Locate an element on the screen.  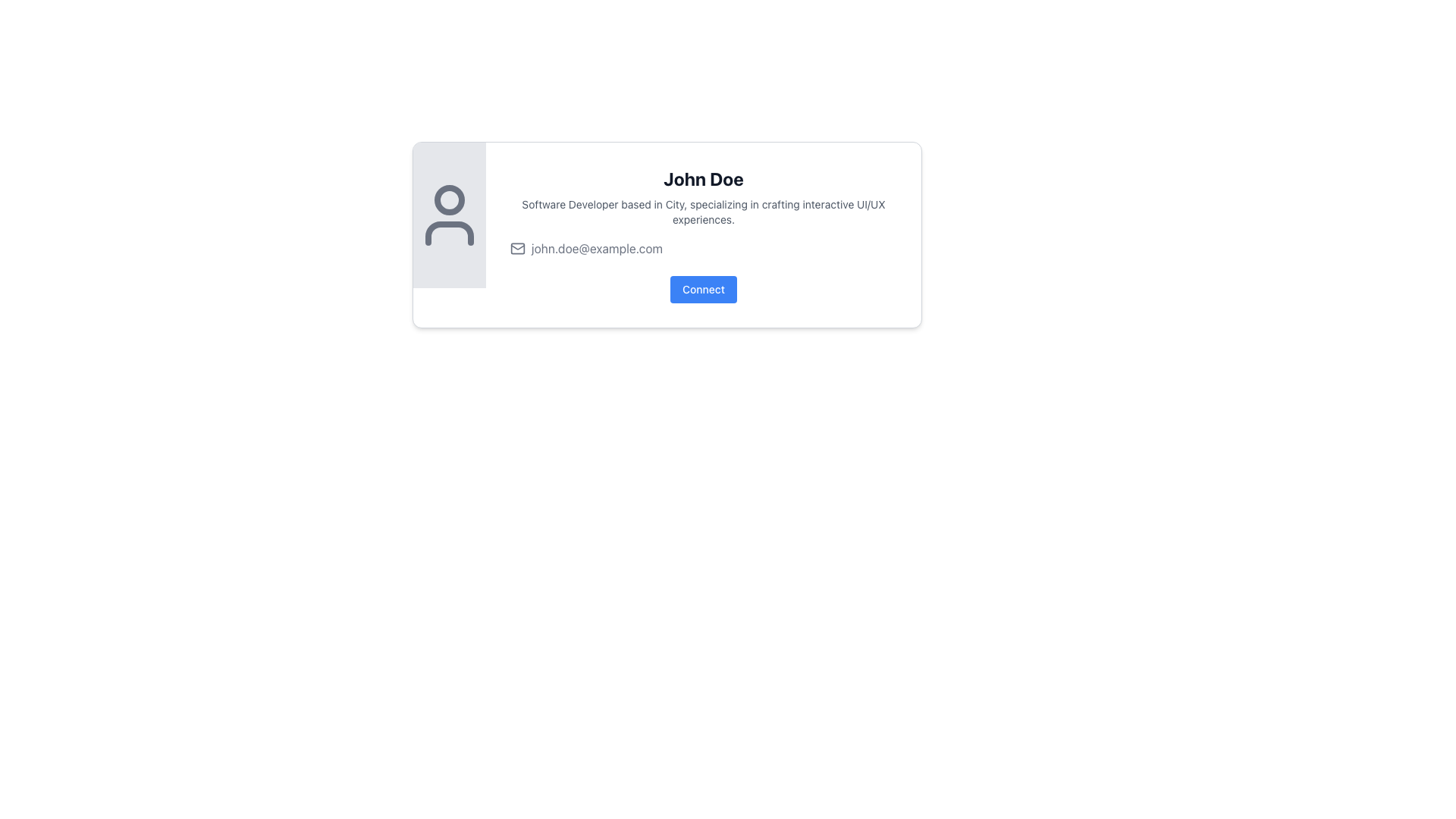
text that states 'Software Developer based in City, specializing in crafting interactive UI/UX experiences.' which is located below the title 'John Doe' is located at coordinates (702, 212).